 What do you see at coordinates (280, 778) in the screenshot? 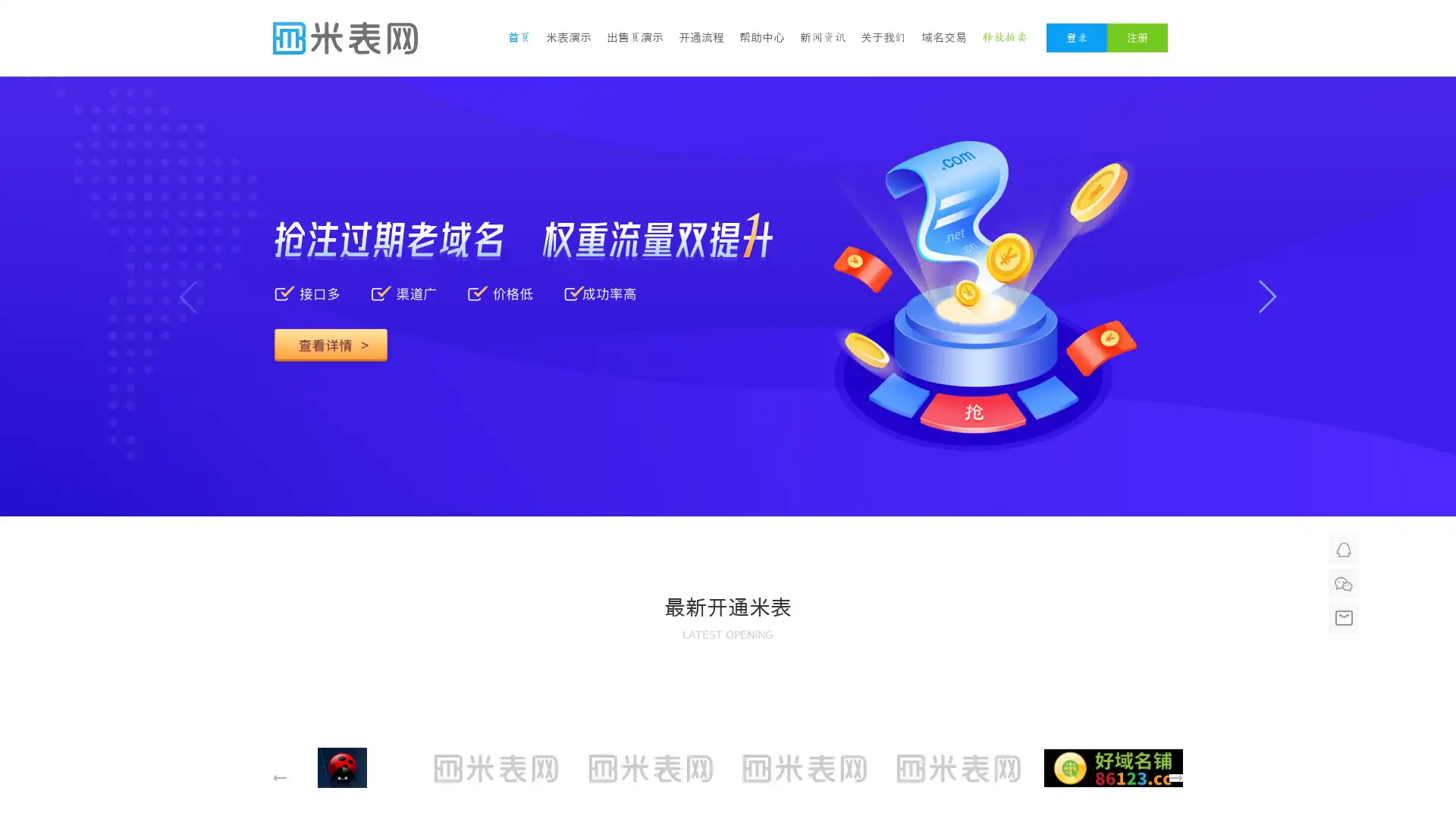
I see `Previous slide` at bounding box center [280, 778].